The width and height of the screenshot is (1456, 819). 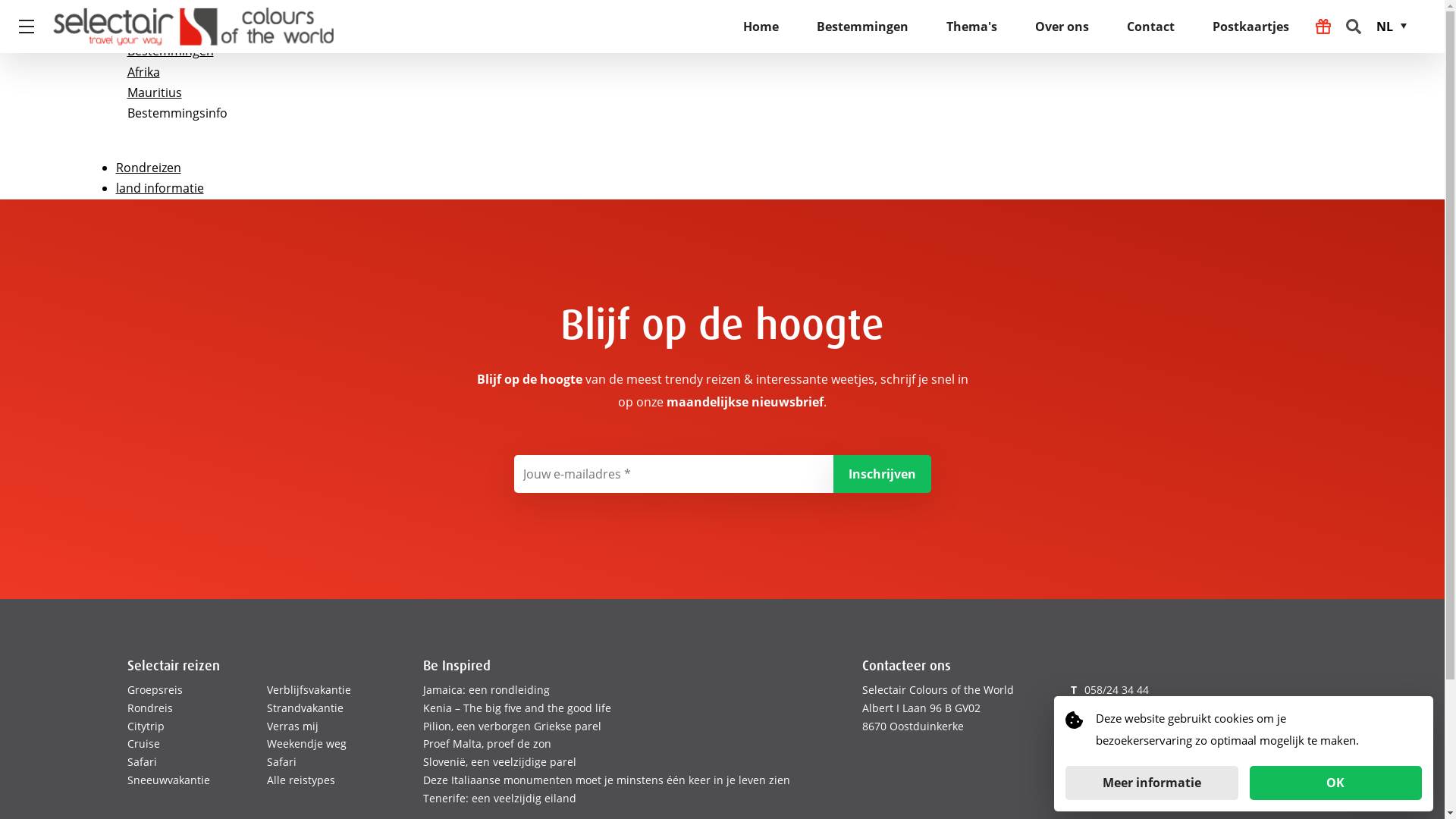 I want to click on 'Home', so click(x=145, y=30).